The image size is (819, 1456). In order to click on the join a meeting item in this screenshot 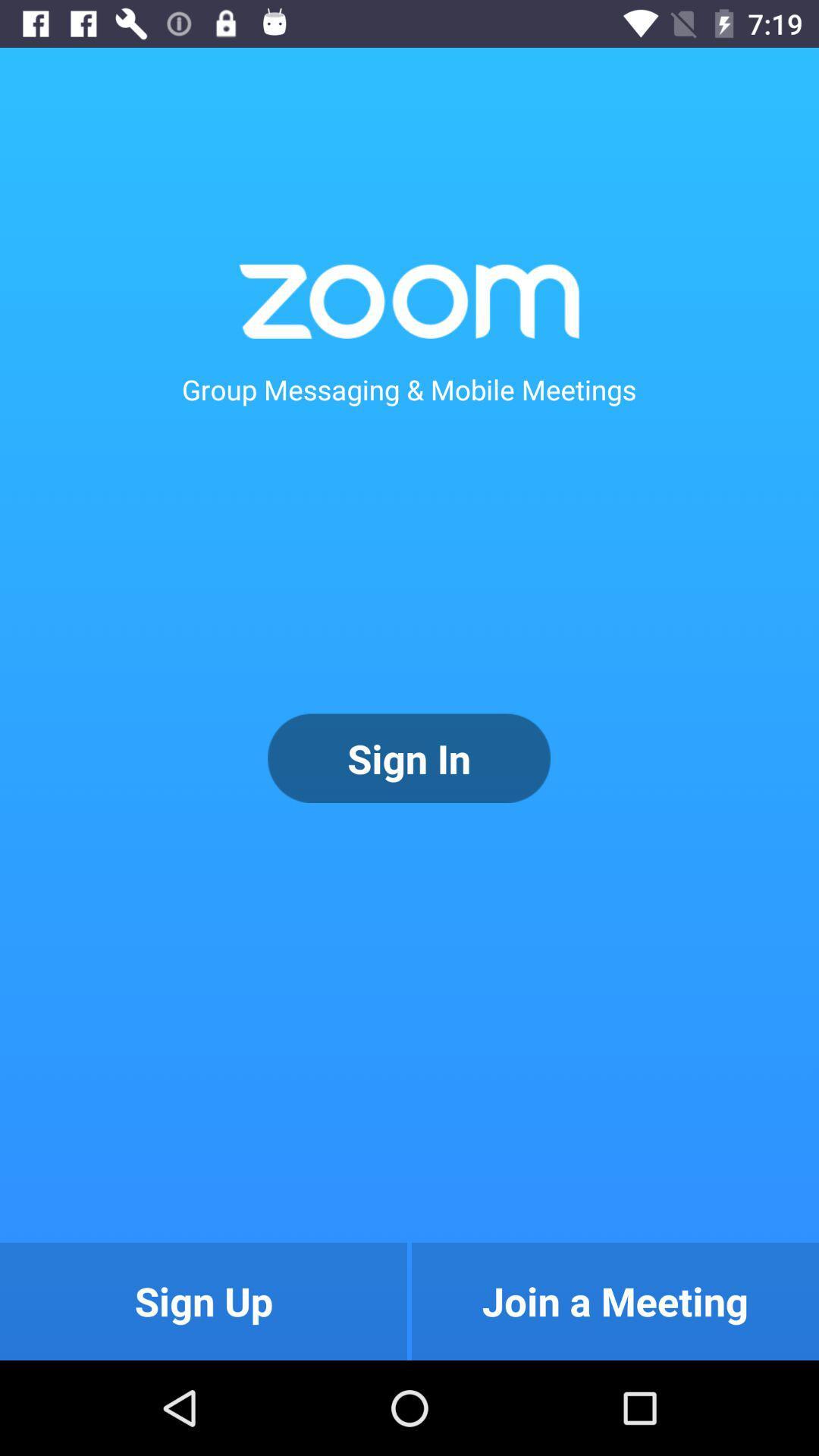, I will do `click(615, 1301)`.